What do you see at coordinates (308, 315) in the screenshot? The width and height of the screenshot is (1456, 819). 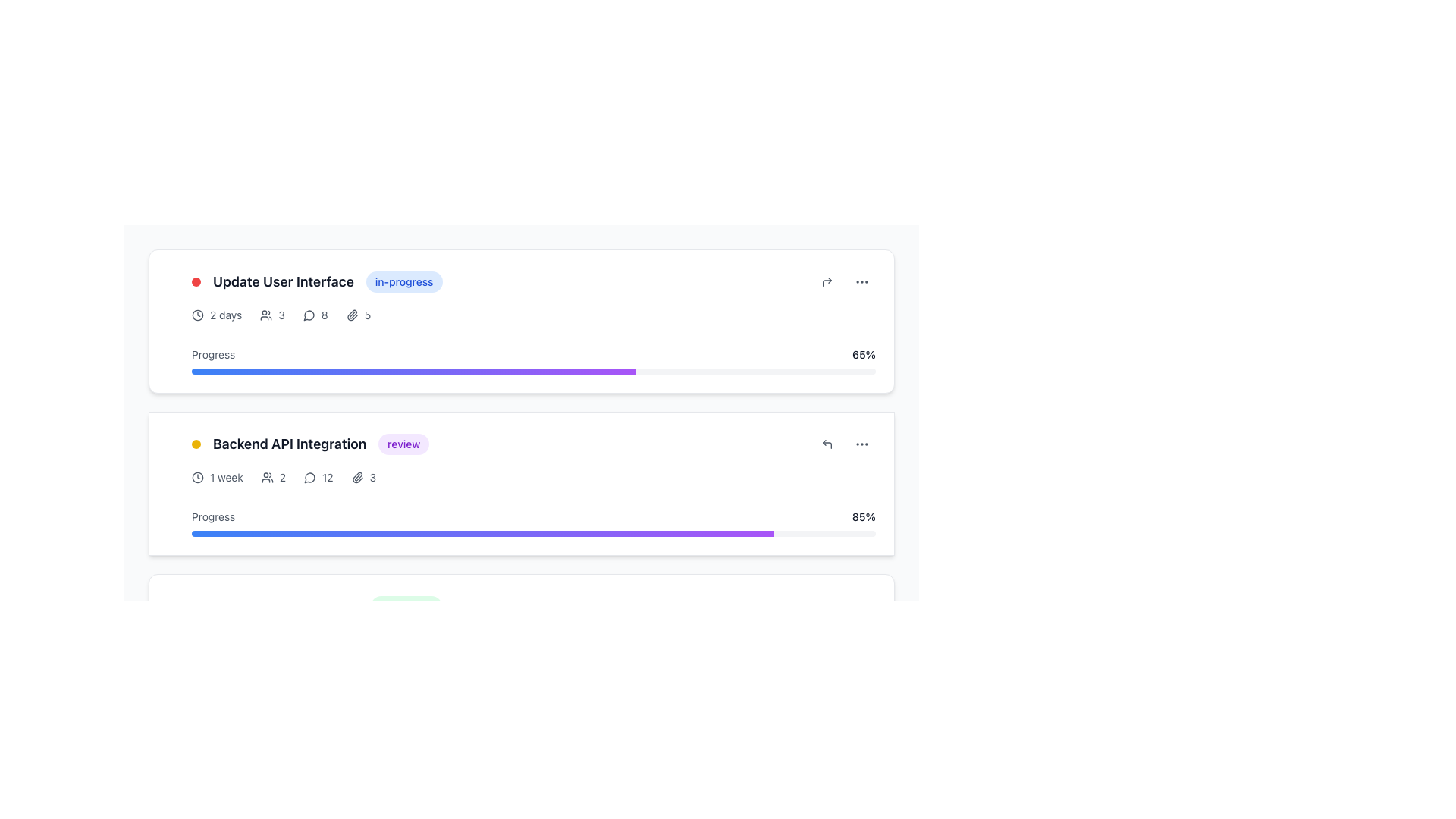 I see `the circular speech bubble icon associated with comment functionality` at bounding box center [308, 315].